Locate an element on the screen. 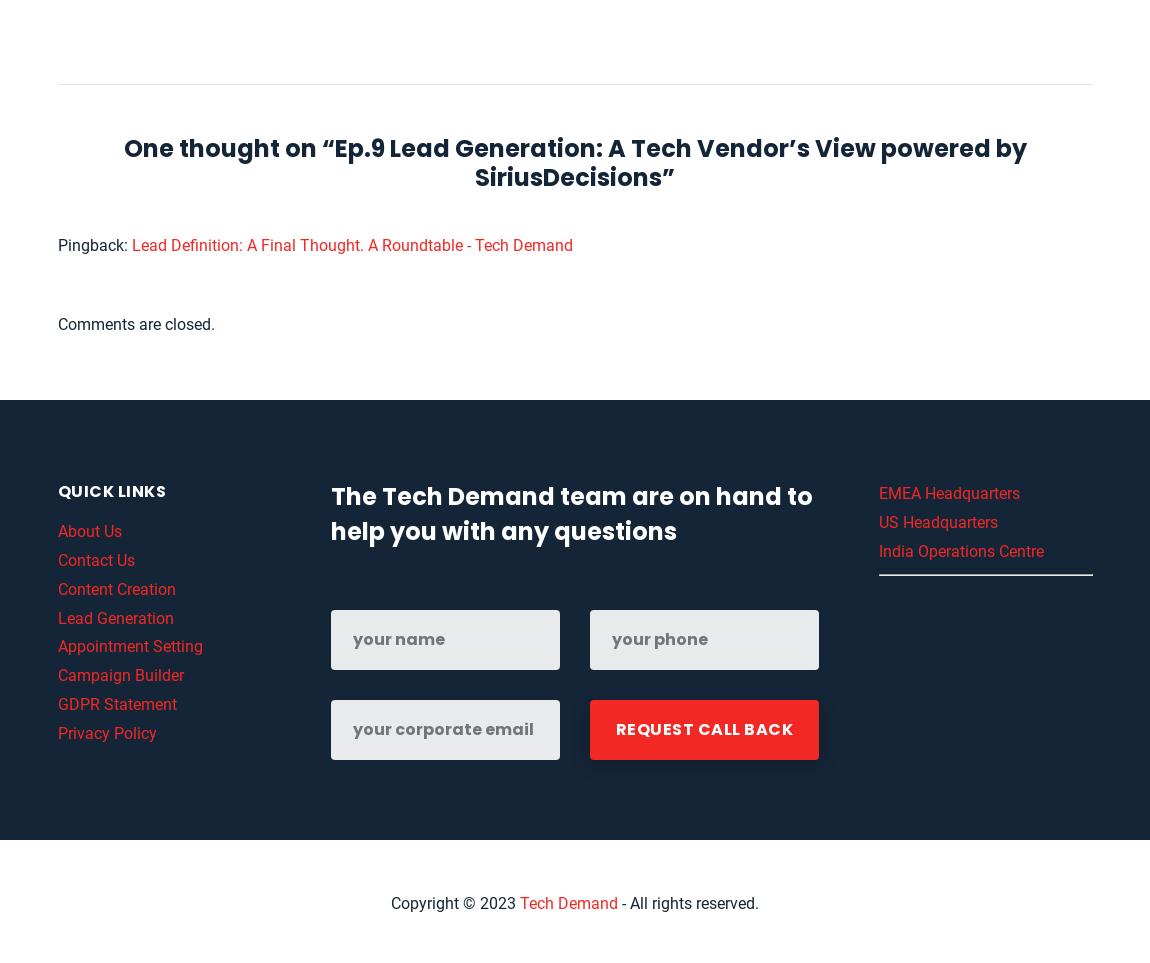  'The Tech Demand team are on hand to help you with any questions' is located at coordinates (330, 513).